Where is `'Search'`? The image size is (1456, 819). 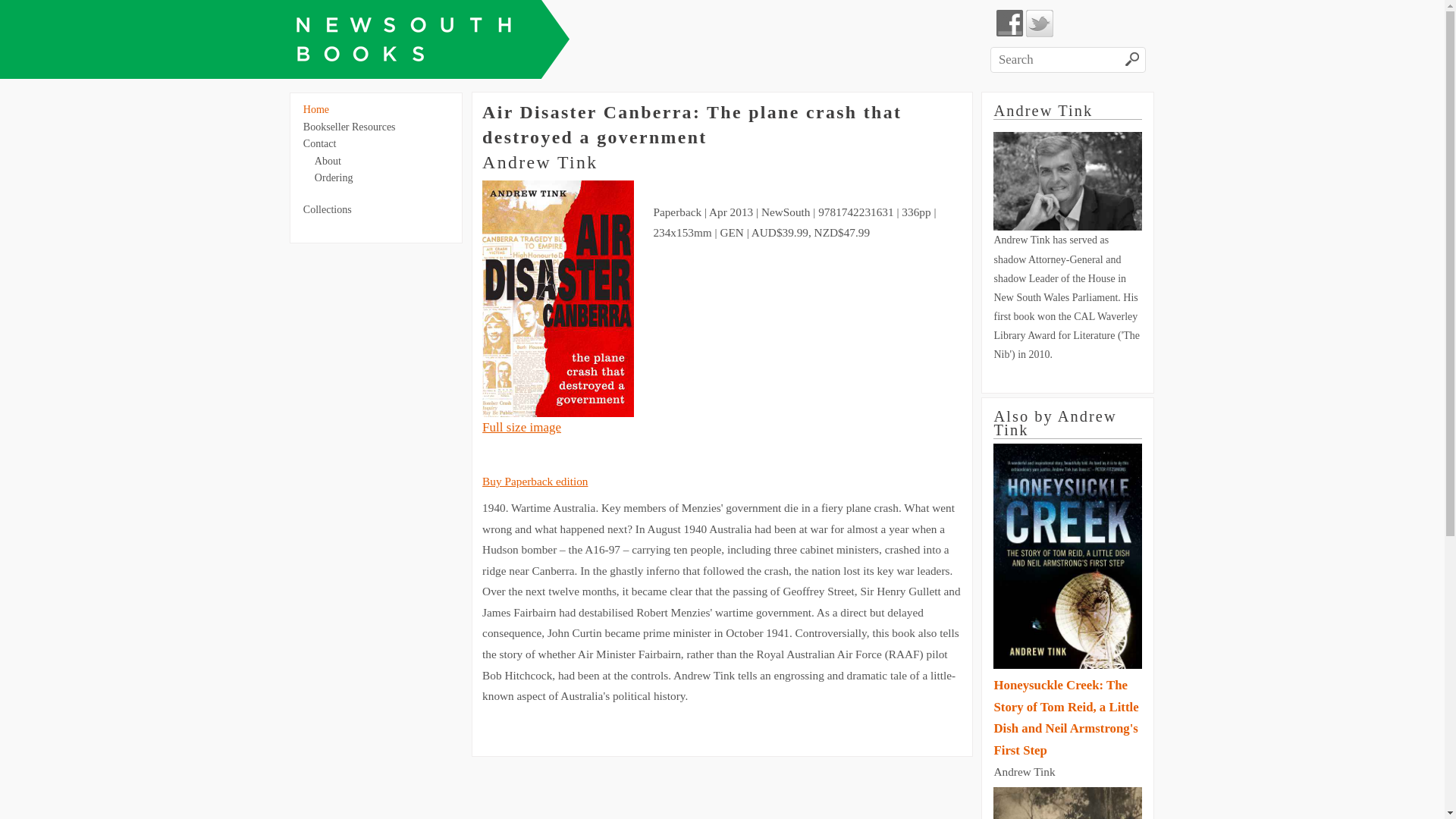
'Search' is located at coordinates (1132, 60).